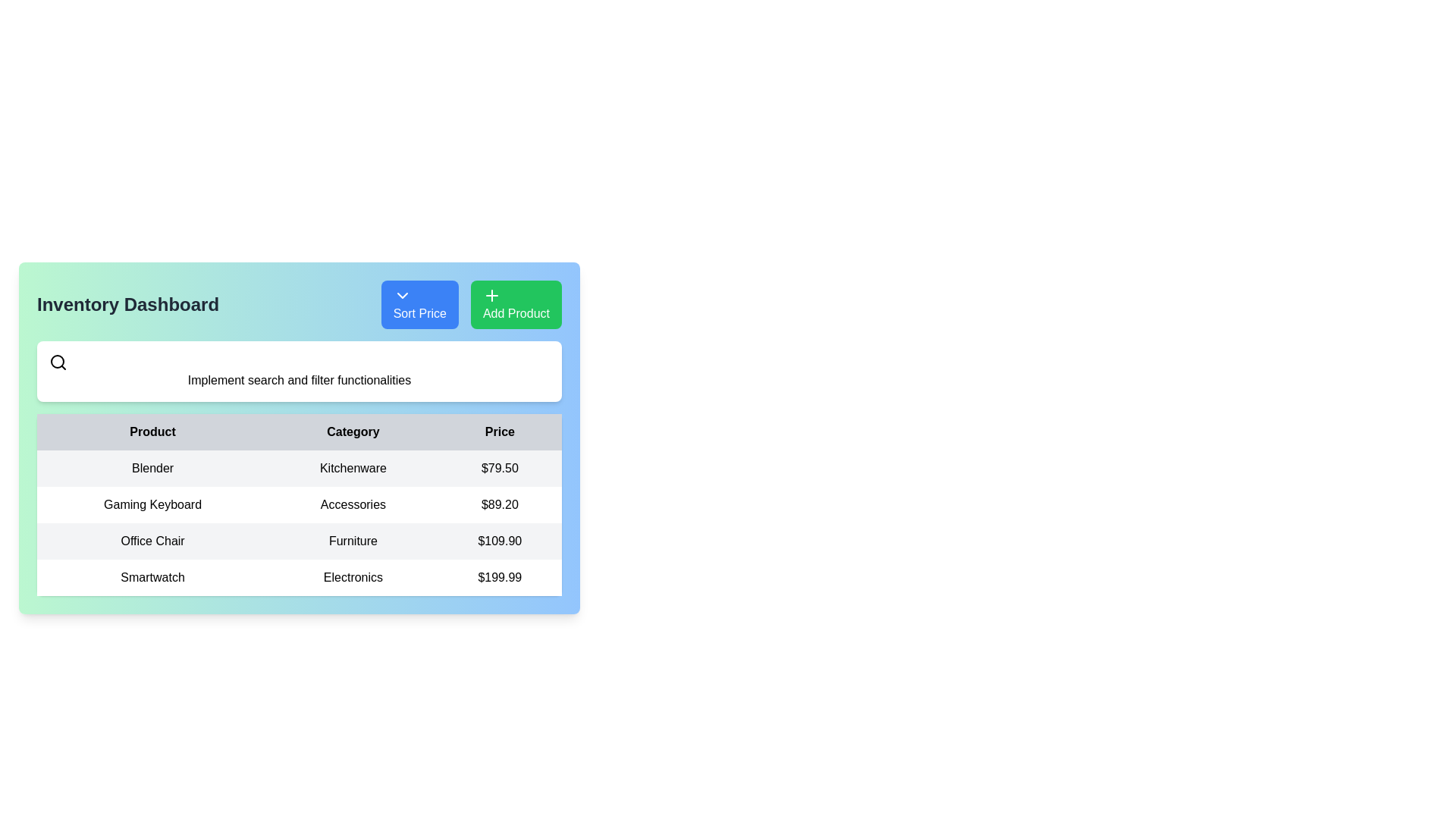 This screenshot has width=1456, height=819. I want to click on title of the Inventory Dashboard section, which is displayed as a Text Label at the top-left corner of the interface, so click(127, 304).